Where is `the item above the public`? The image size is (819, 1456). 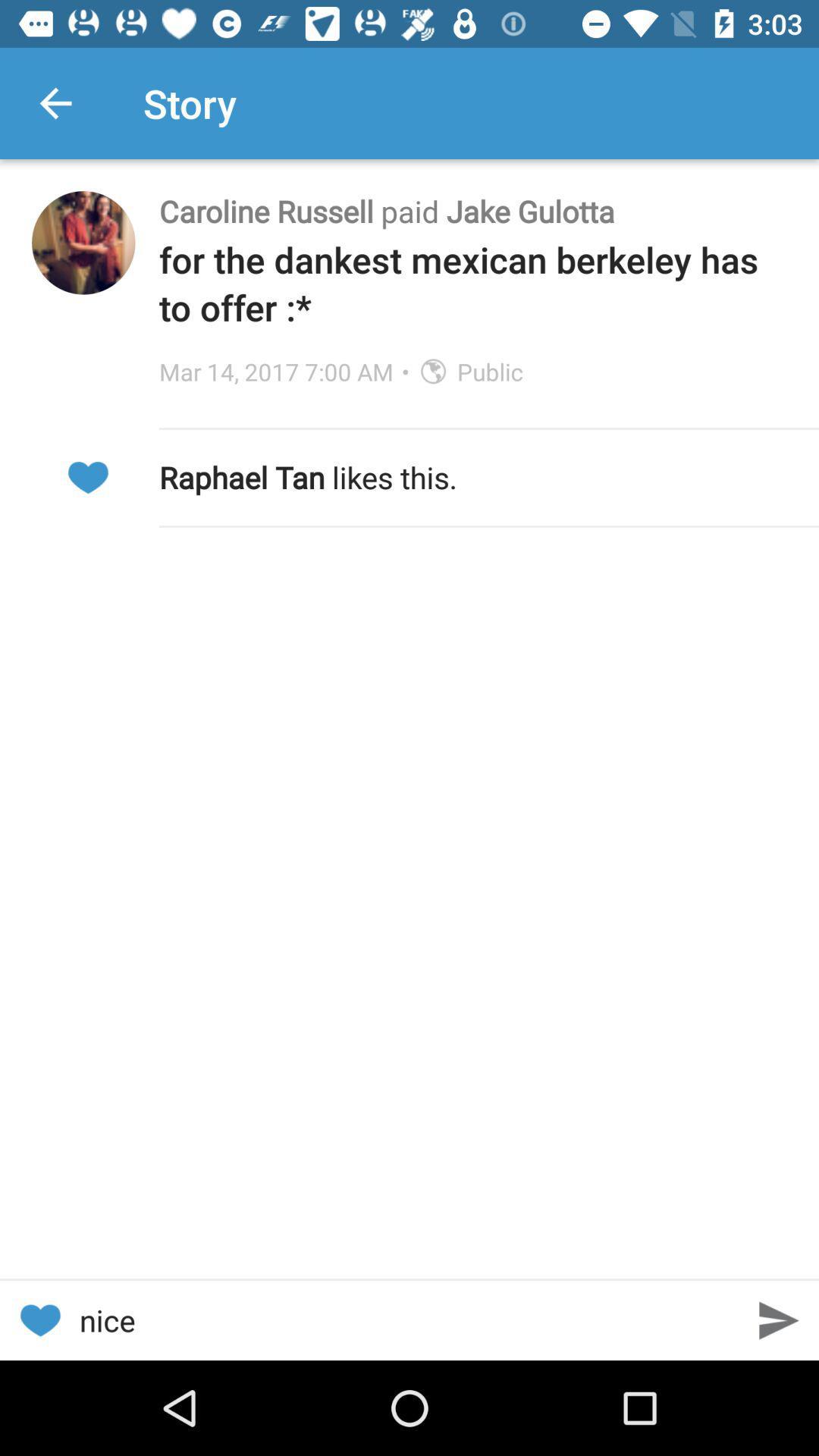 the item above the public is located at coordinates (472, 283).